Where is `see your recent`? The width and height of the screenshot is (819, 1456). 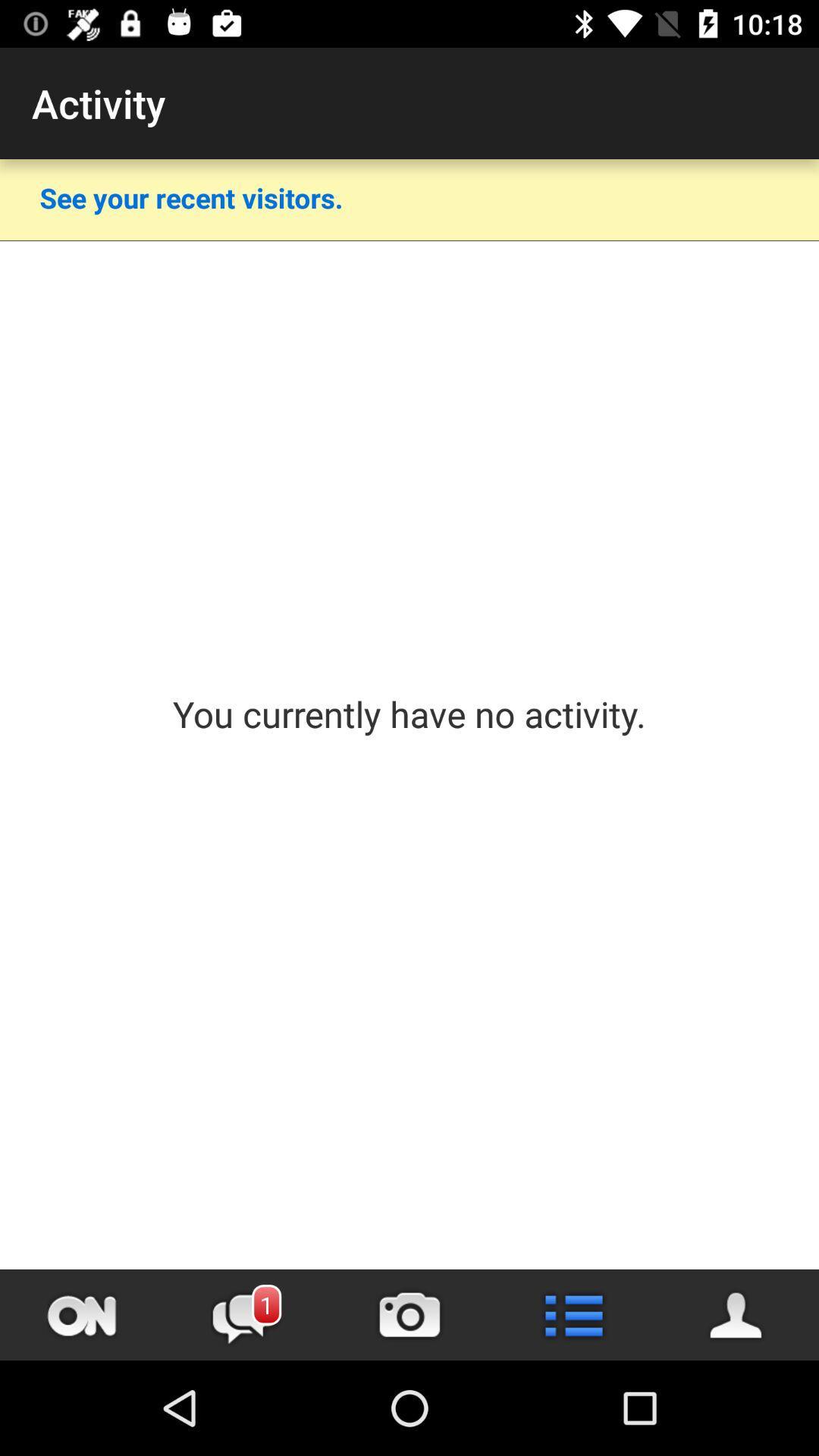 see your recent is located at coordinates (190, 196).